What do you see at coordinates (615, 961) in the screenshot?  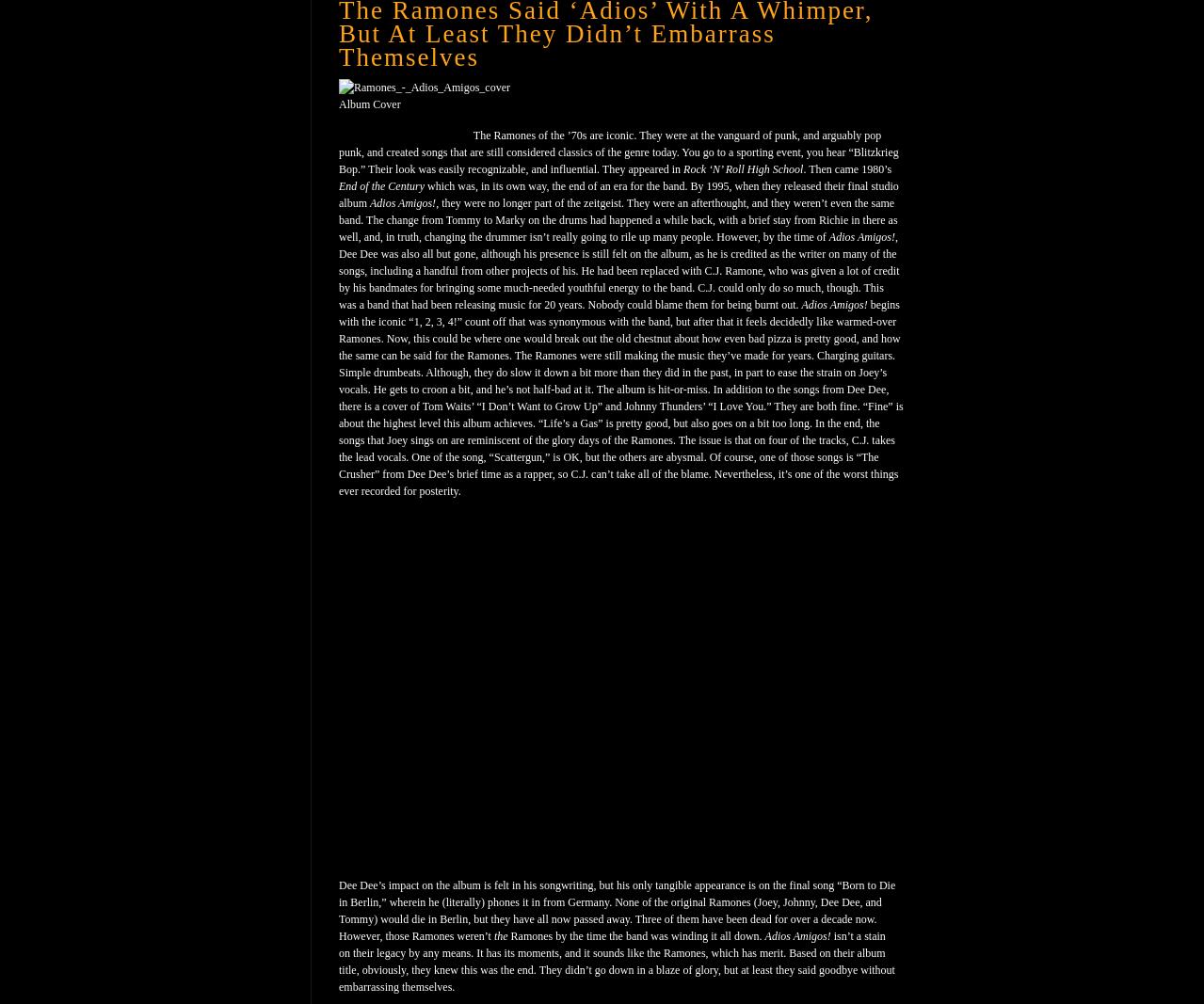 I see `'isn’t a stain on their legacy by any means. It has its moments, and it sounds like the Ramones, which has merit. Based on their album title, obviously, they knew this was the end. They didn’t go down in a blaze of glory, but at least they said goodbye without embarrassing themselves.'` at bounding box center [615, 961].